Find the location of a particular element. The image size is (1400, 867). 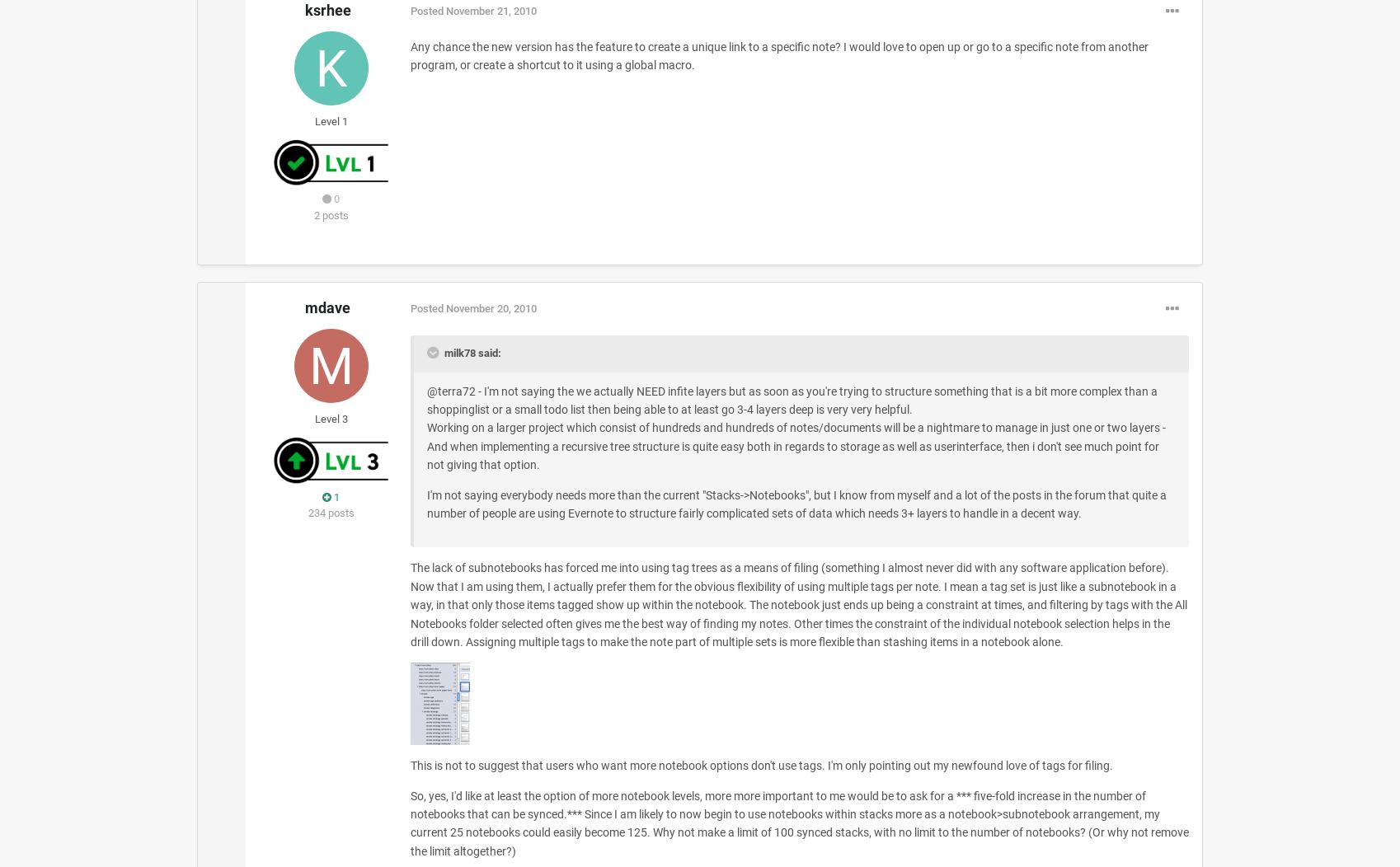

'1' is located at coordinates (331, 495).